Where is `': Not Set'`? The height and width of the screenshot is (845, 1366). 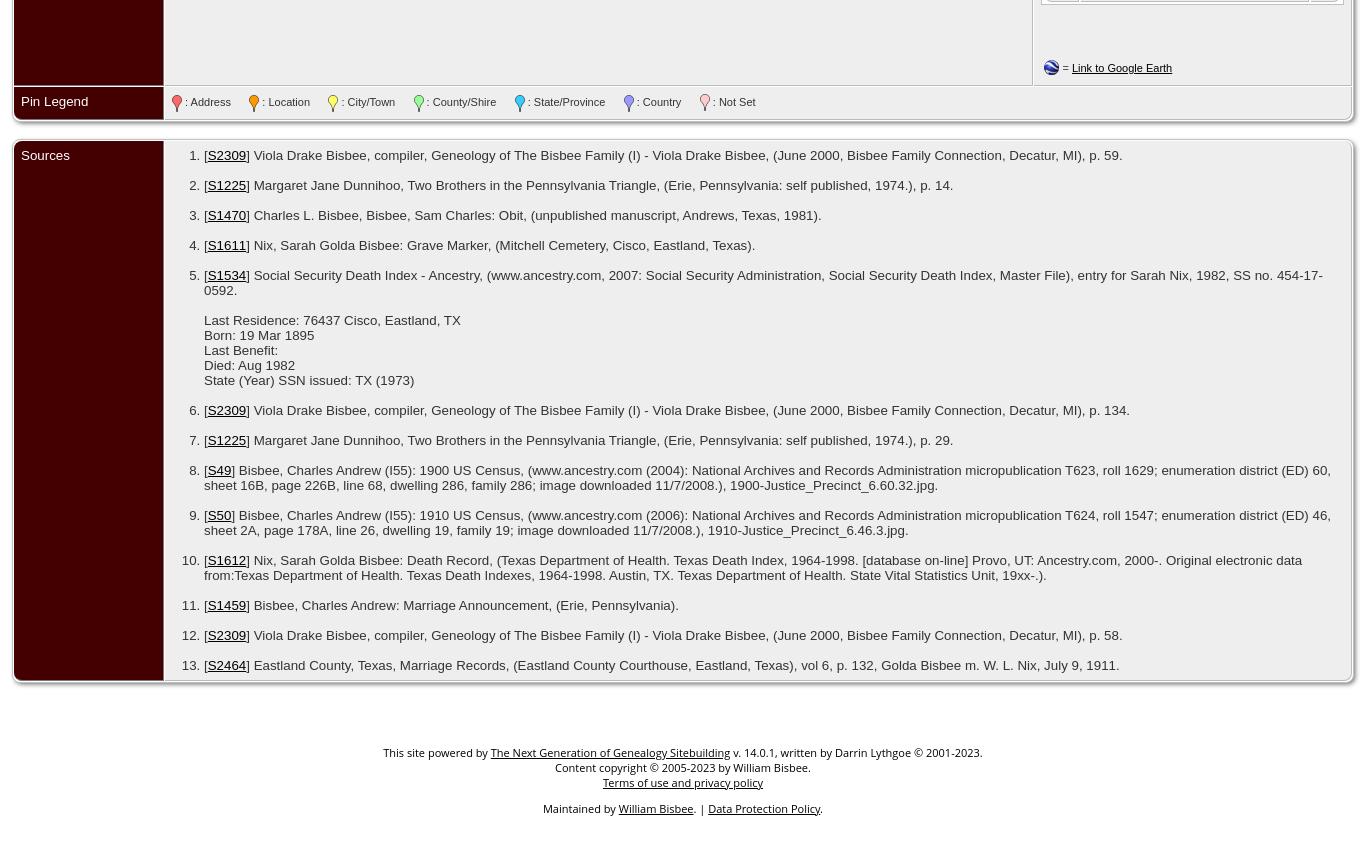 ': Not Set' is located at coordinates (732, 101).